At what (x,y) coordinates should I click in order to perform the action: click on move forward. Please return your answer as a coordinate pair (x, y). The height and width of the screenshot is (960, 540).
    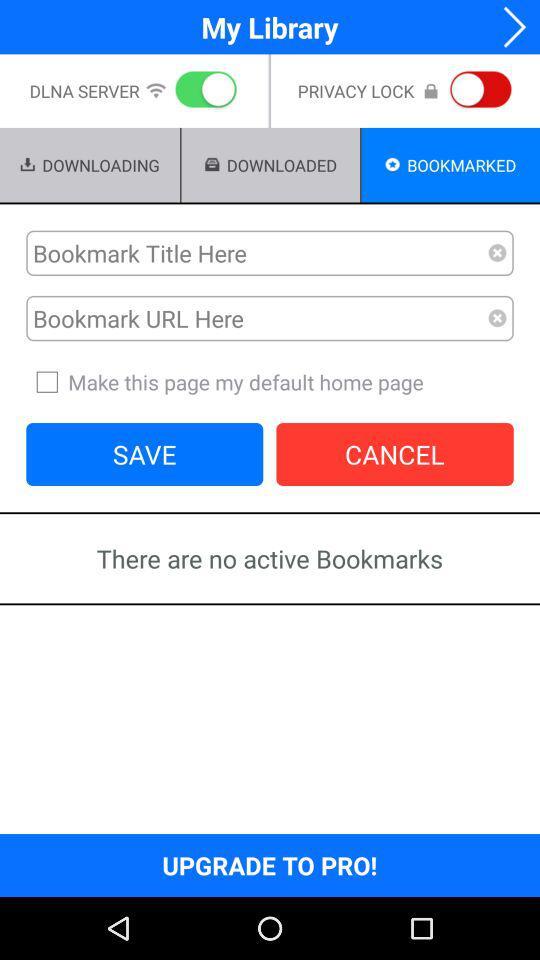
    Looking at the image, I should click on (508, 26).